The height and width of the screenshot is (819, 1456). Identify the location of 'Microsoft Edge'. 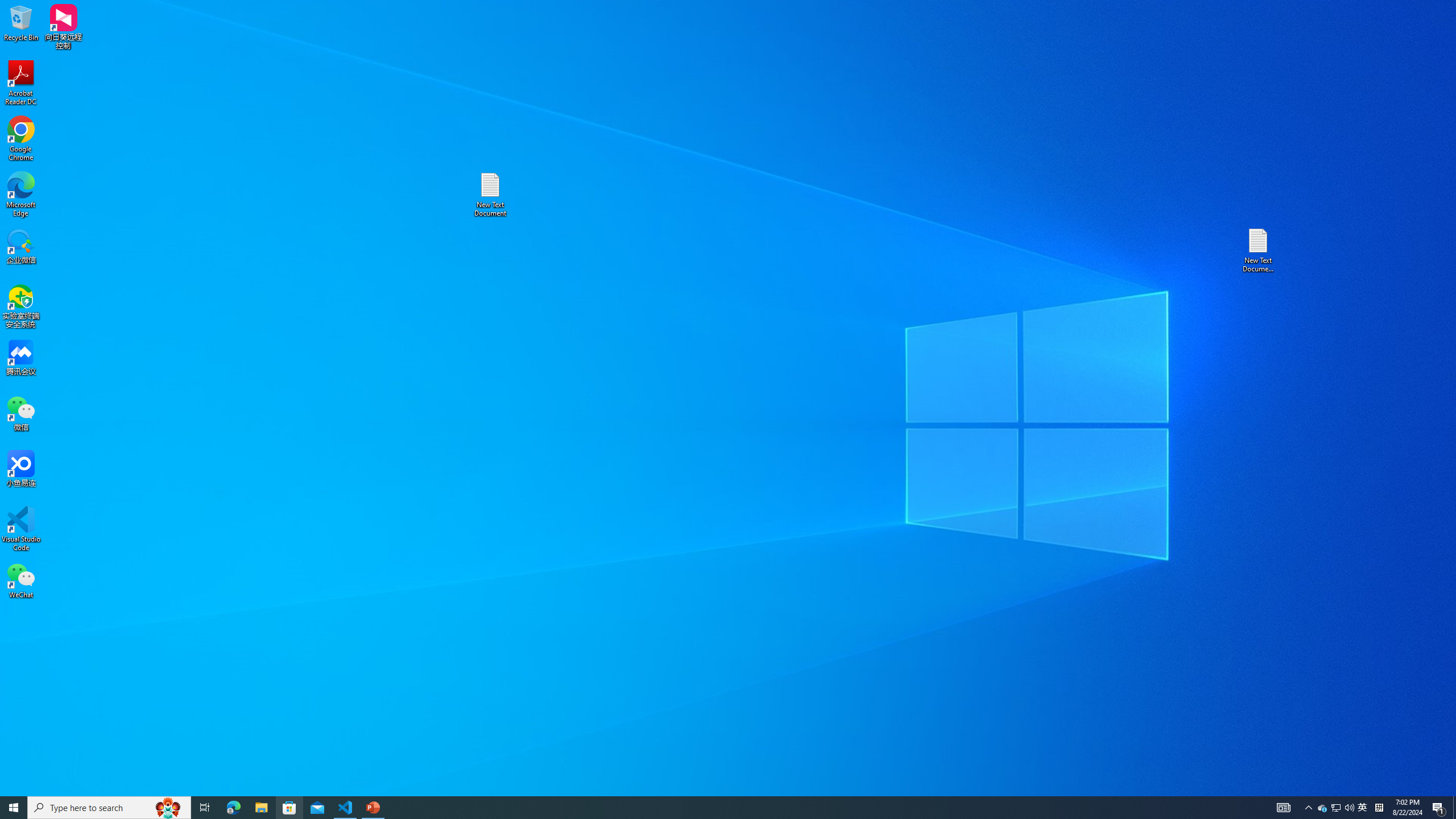
(20, 194).